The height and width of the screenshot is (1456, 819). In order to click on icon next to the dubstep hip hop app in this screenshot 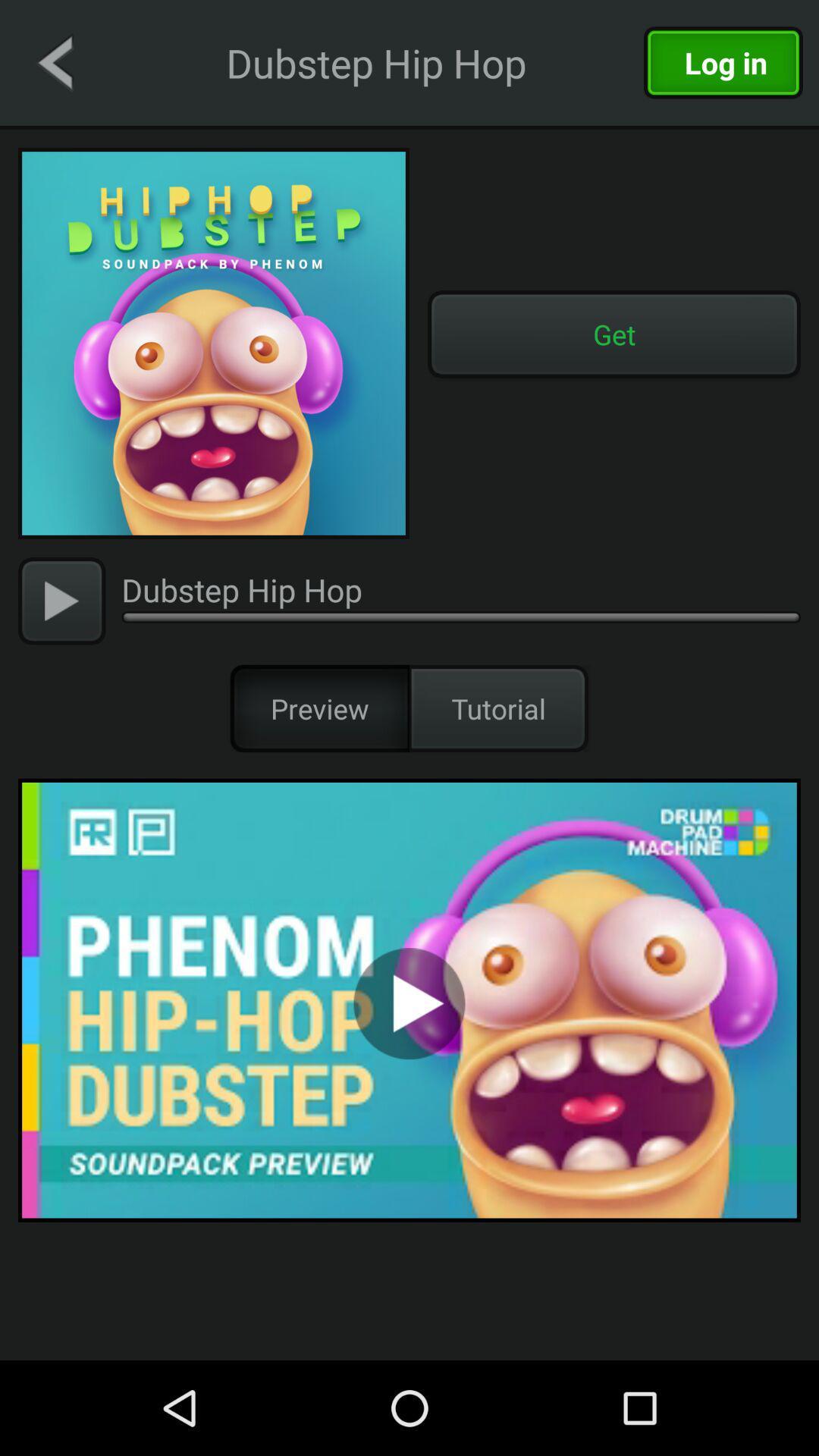, I will do `click(61, 600)`.